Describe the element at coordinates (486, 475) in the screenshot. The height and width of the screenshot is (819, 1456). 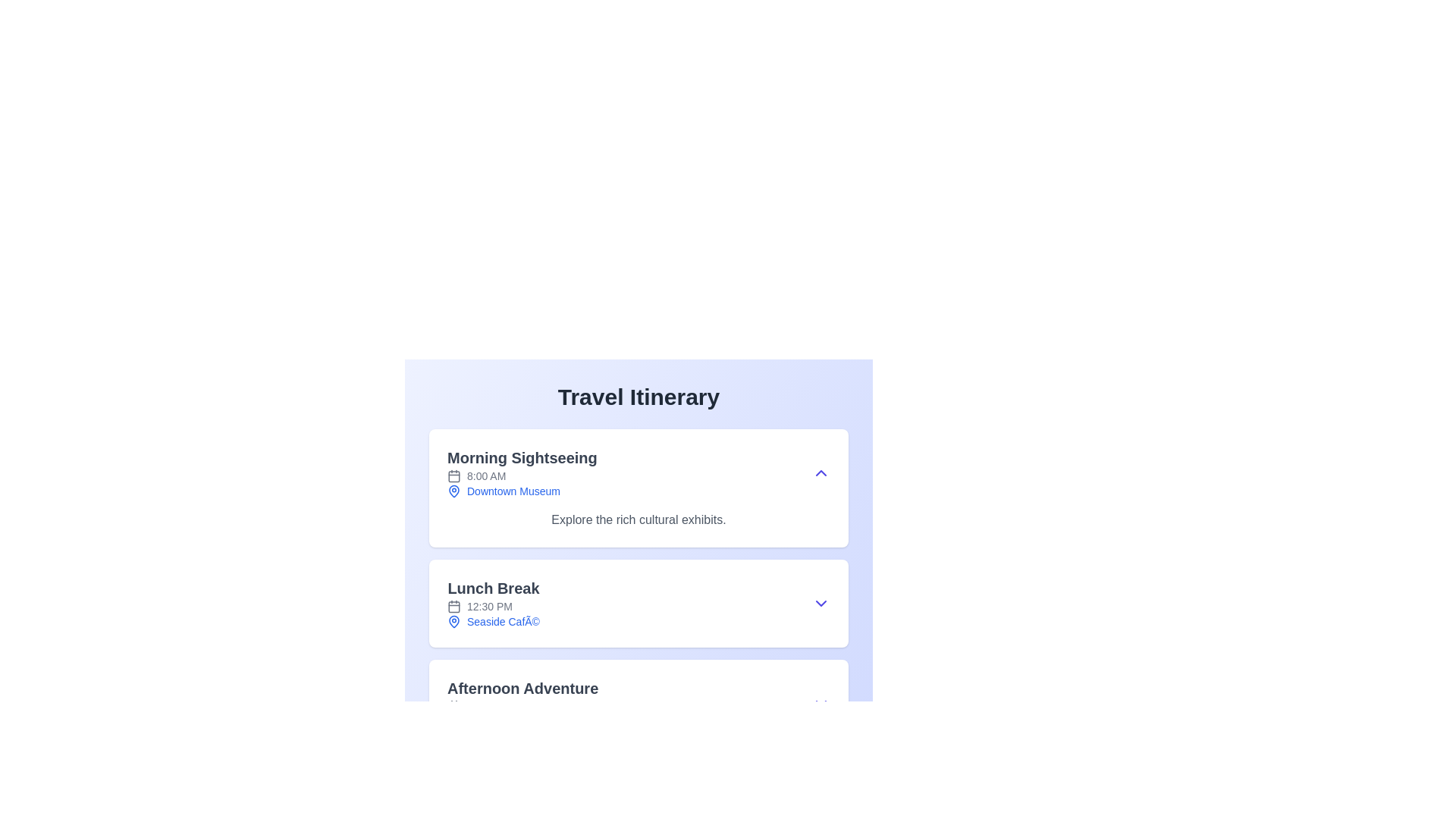
I see `the text label representing the scheduled time for 'Morning Sightseeing' in the travel itinerary, located after the calendar icon` at that location.